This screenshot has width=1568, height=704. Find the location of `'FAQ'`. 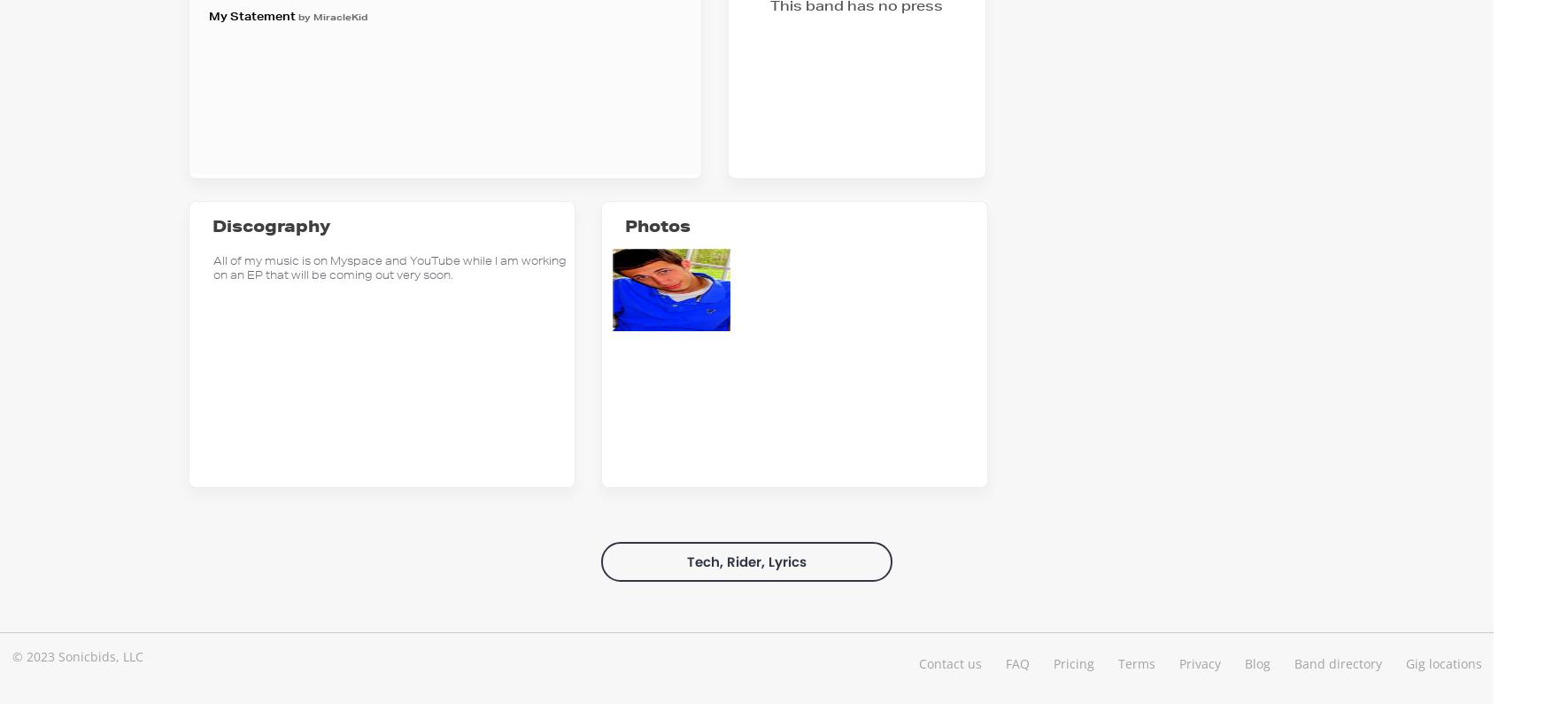

'FAQ' is located at coordinates (1004, 661).